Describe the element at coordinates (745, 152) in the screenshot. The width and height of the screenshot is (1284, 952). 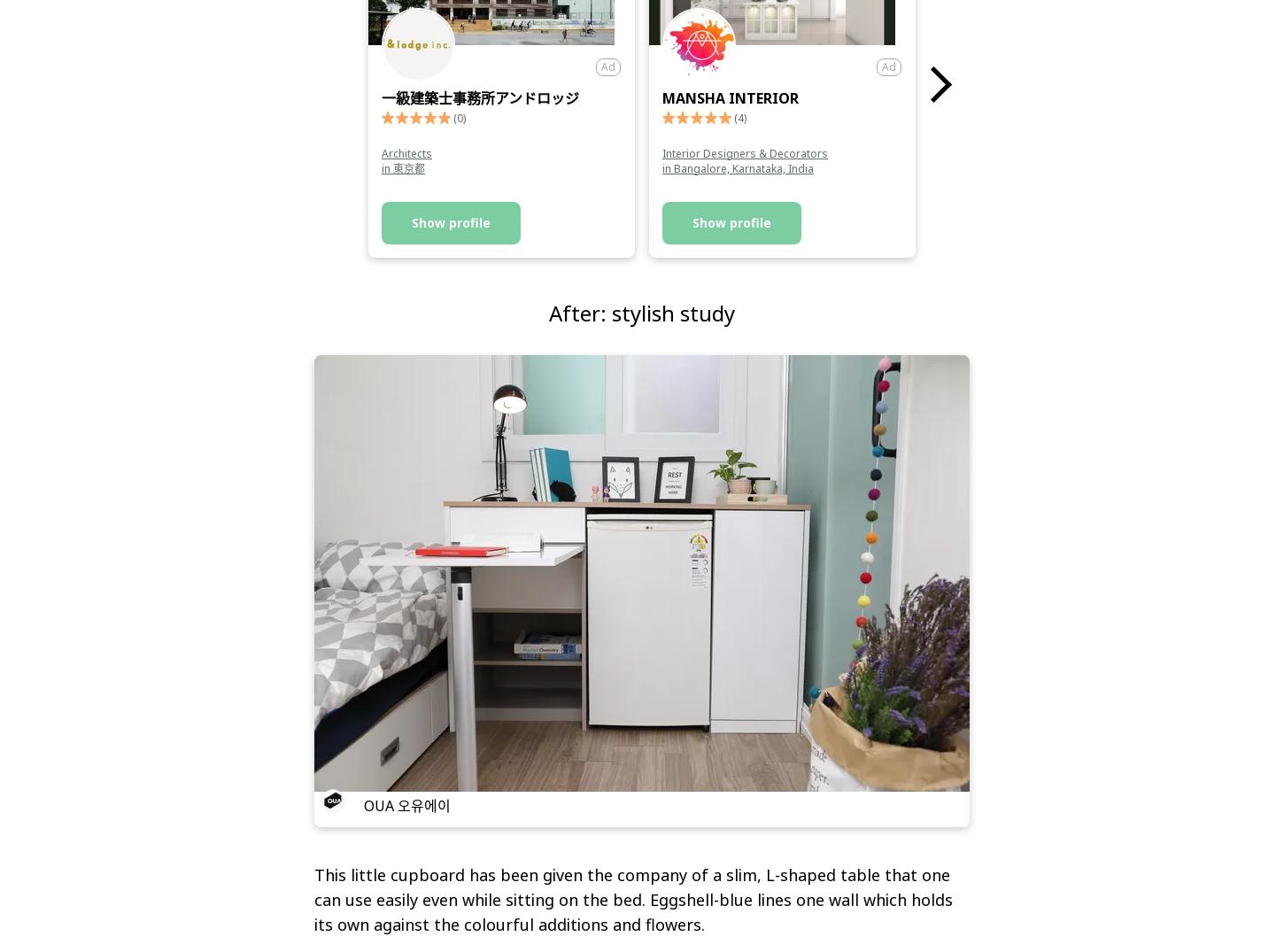
I see `'Interior Designers & Decorators'` at that location.